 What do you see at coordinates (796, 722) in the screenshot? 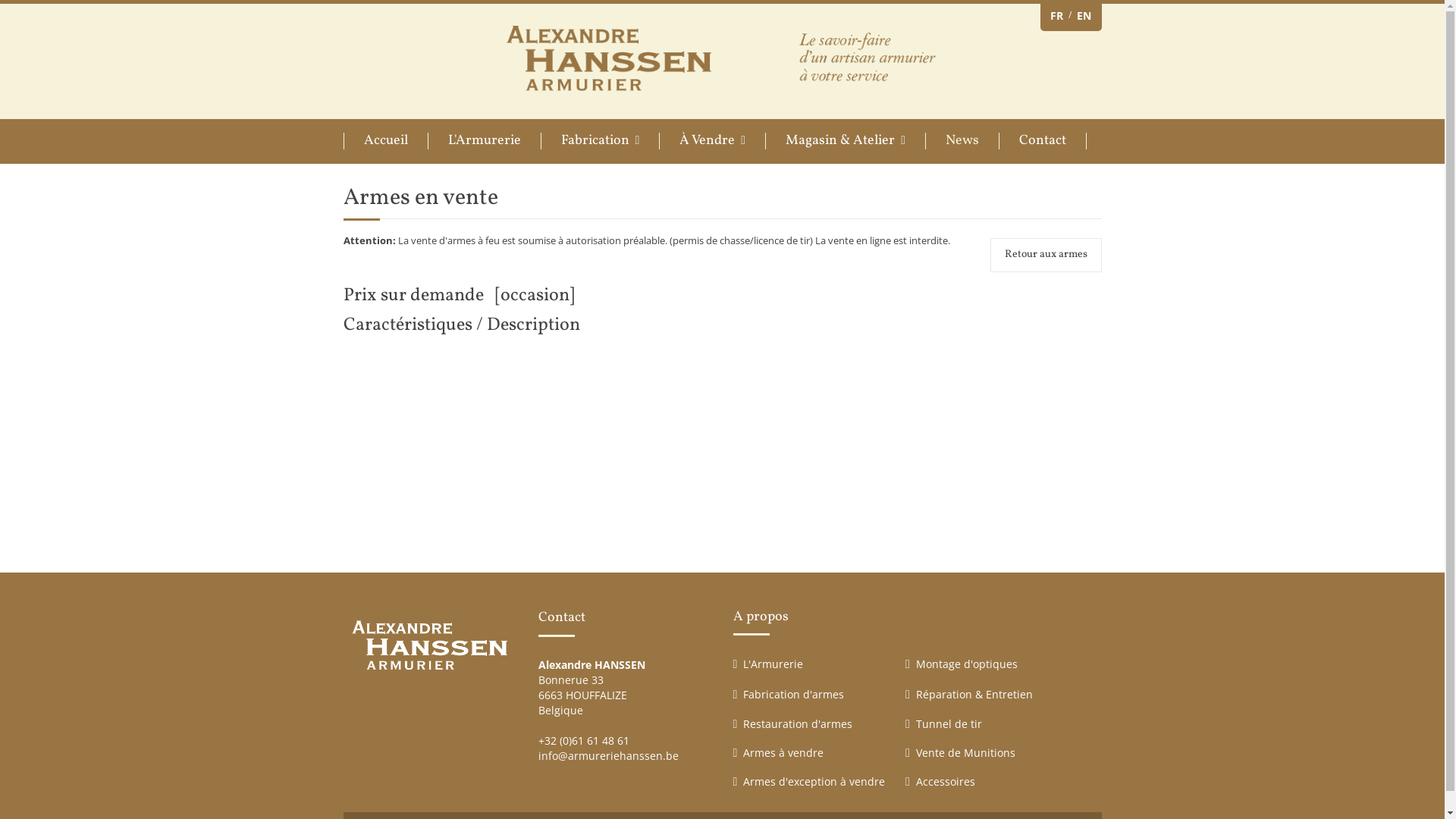
I see `'Restauration d'armes'` at bounding box center [796, 722].